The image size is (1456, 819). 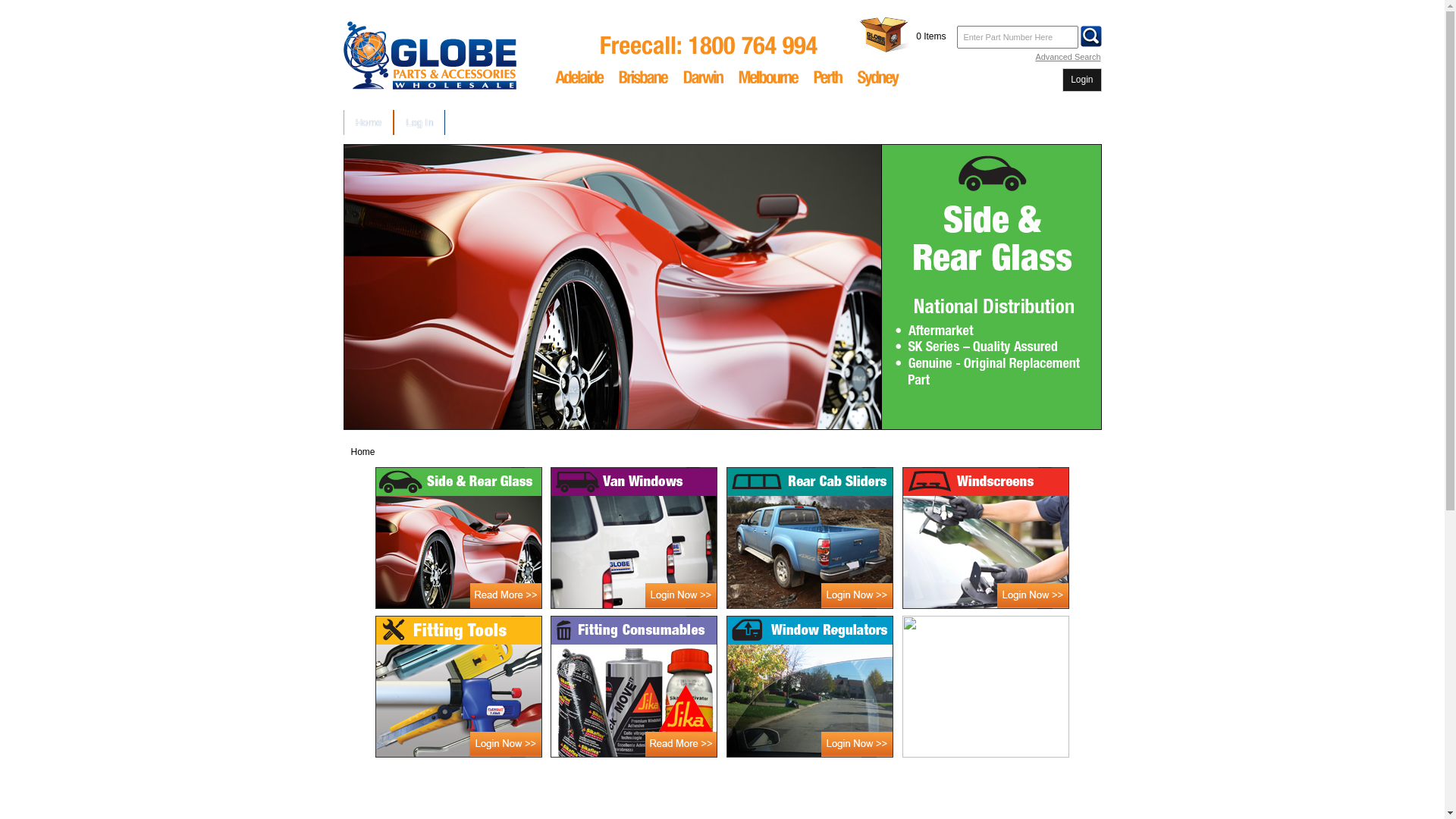 I want to click on 'Log In', so click(x=419, y=121).